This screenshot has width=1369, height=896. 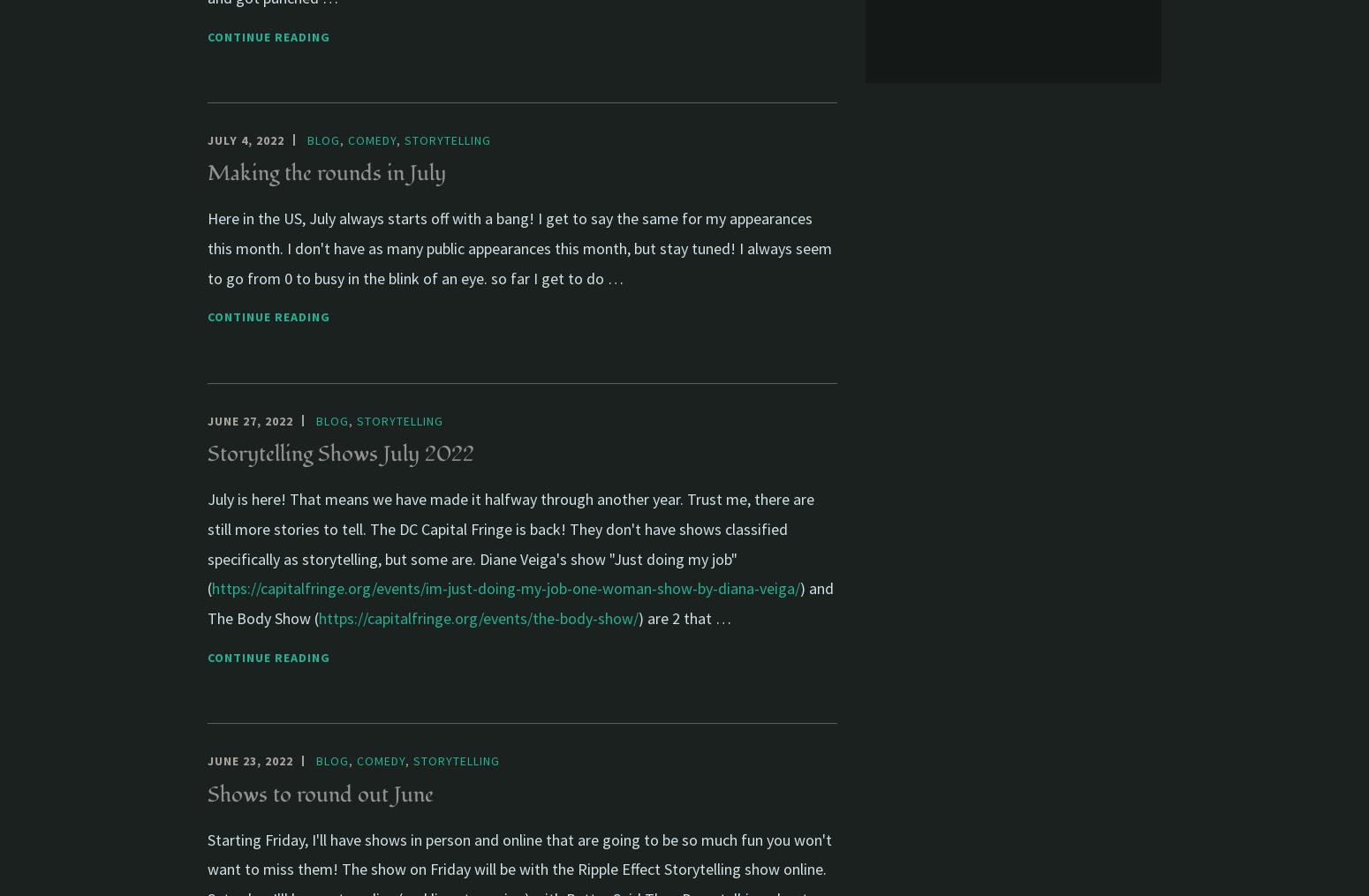 What do you see at coordinates (246, 139) in the screenshot?
I see `'July 4, 2022'` at bounding box center [246, 139].